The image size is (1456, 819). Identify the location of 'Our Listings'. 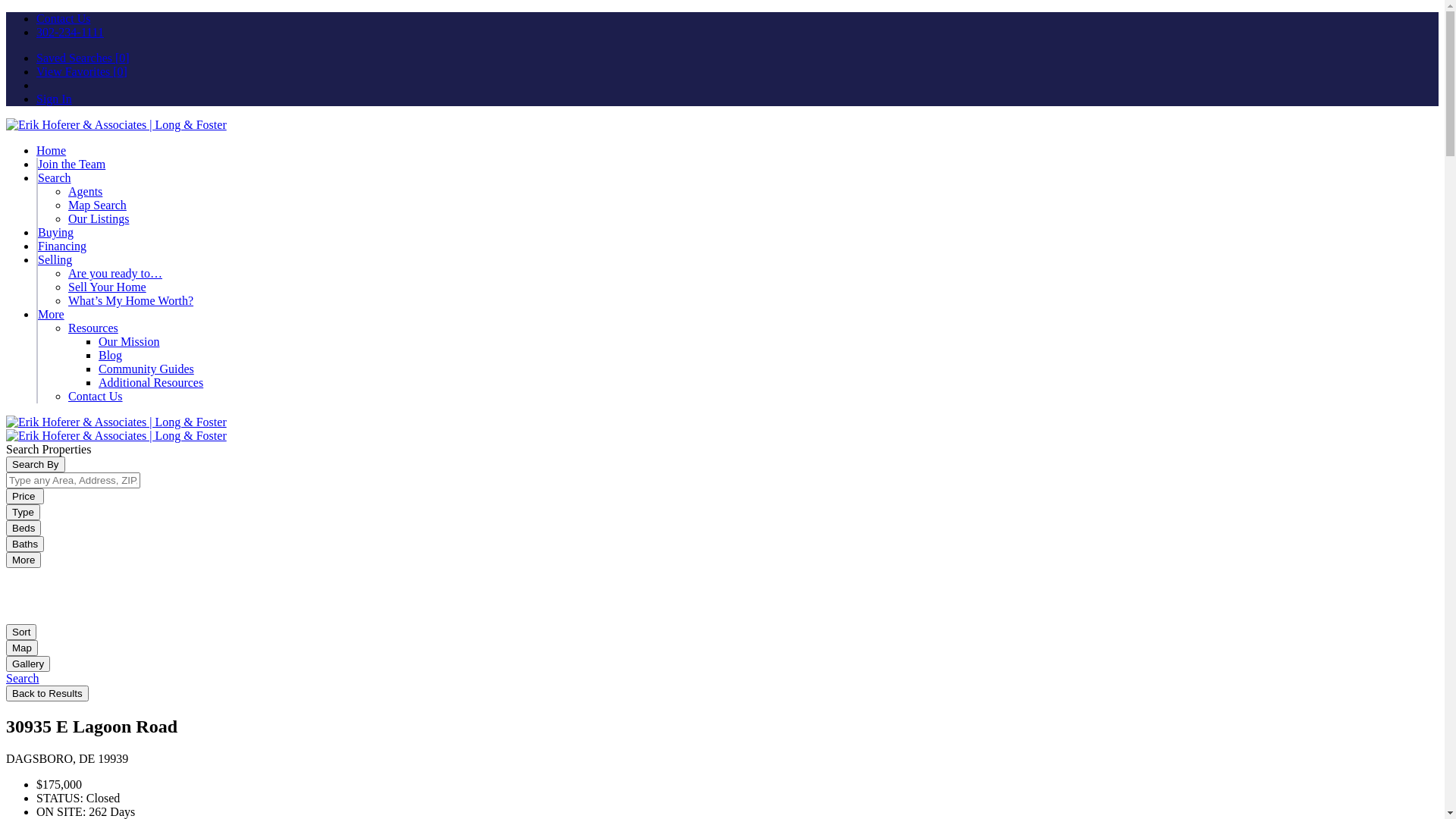
(97, 218).